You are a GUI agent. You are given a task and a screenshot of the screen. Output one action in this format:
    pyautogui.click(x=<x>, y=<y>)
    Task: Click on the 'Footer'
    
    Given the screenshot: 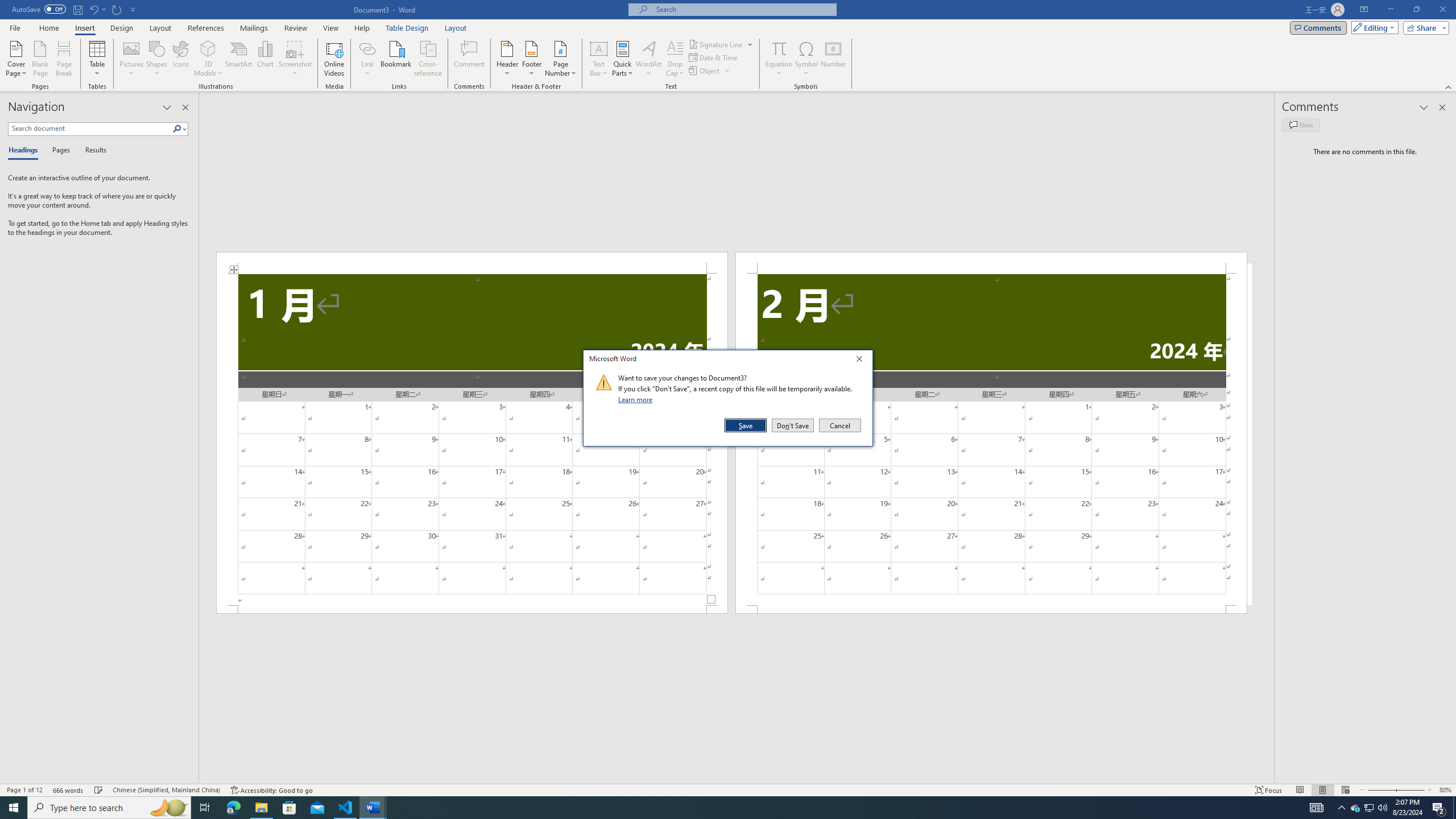 What is the action you would take?
    pyautogui.click(x=531, y=59)
    